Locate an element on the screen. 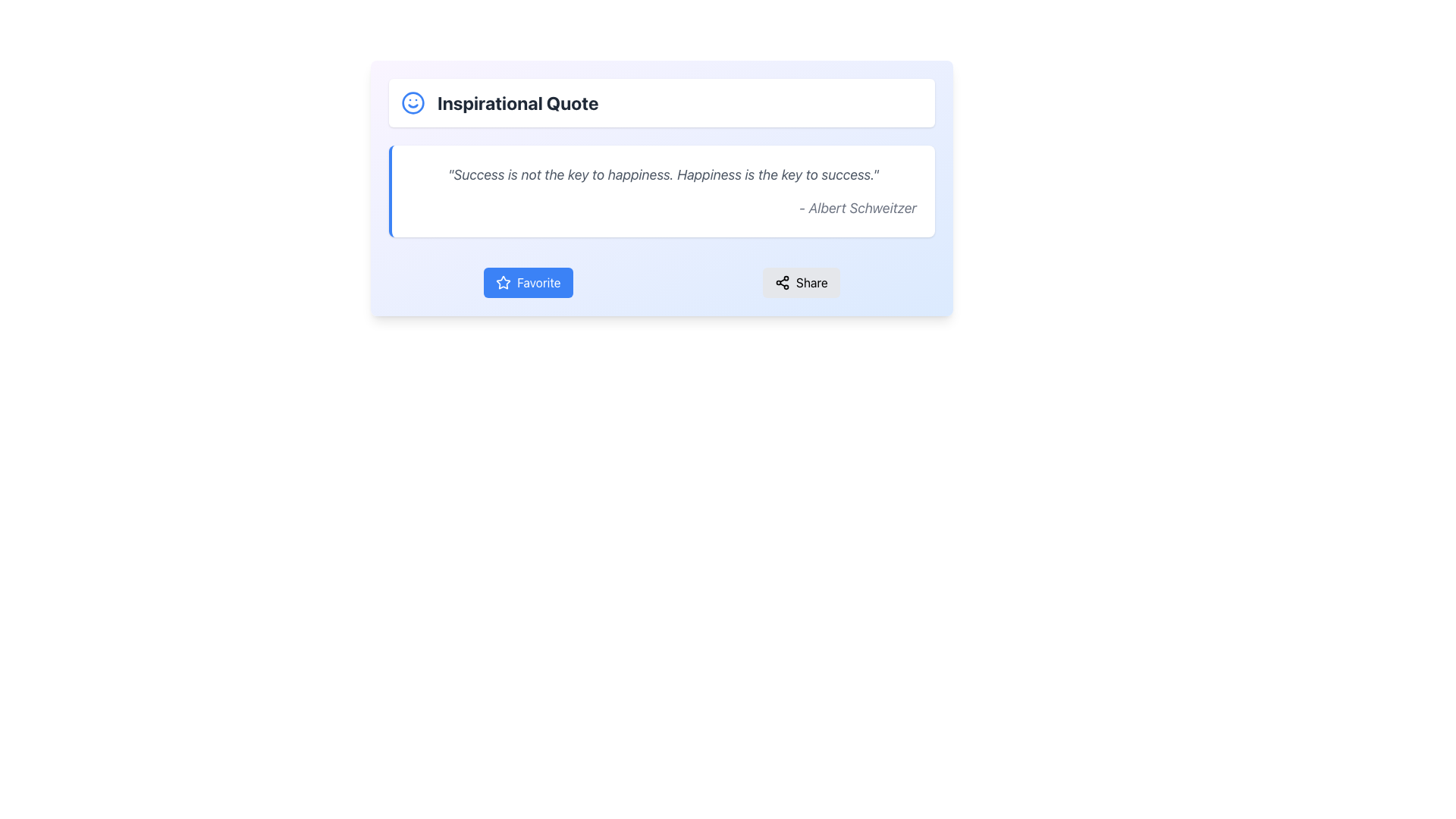 This screenshot has width=1456, height=819. the positivity or friendliness icon positioned to the left of the 'Inspirational Quote' text is located at coordinates (413, 102).